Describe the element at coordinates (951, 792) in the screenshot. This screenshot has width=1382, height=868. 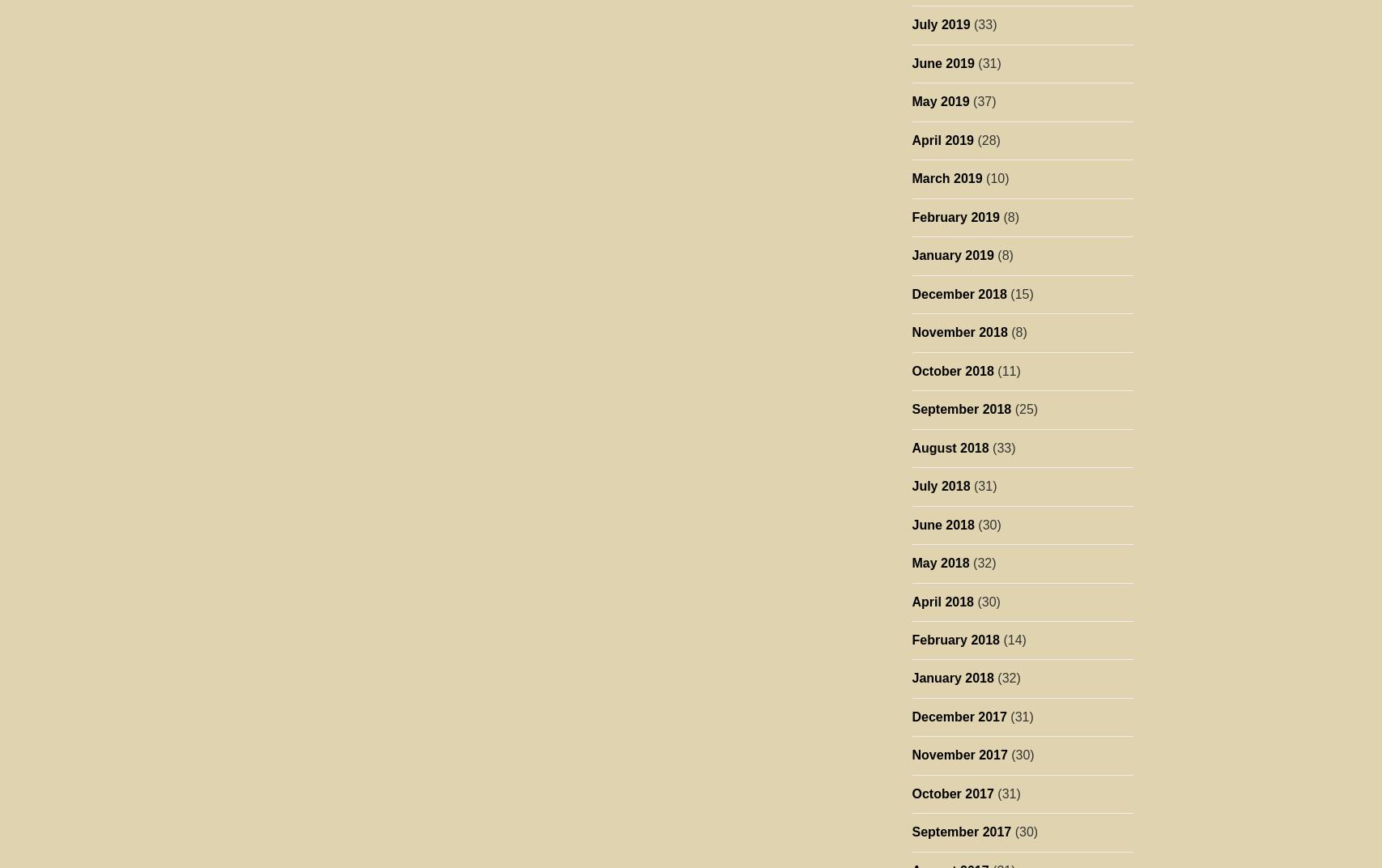
I see `'October 2017'` at that location.